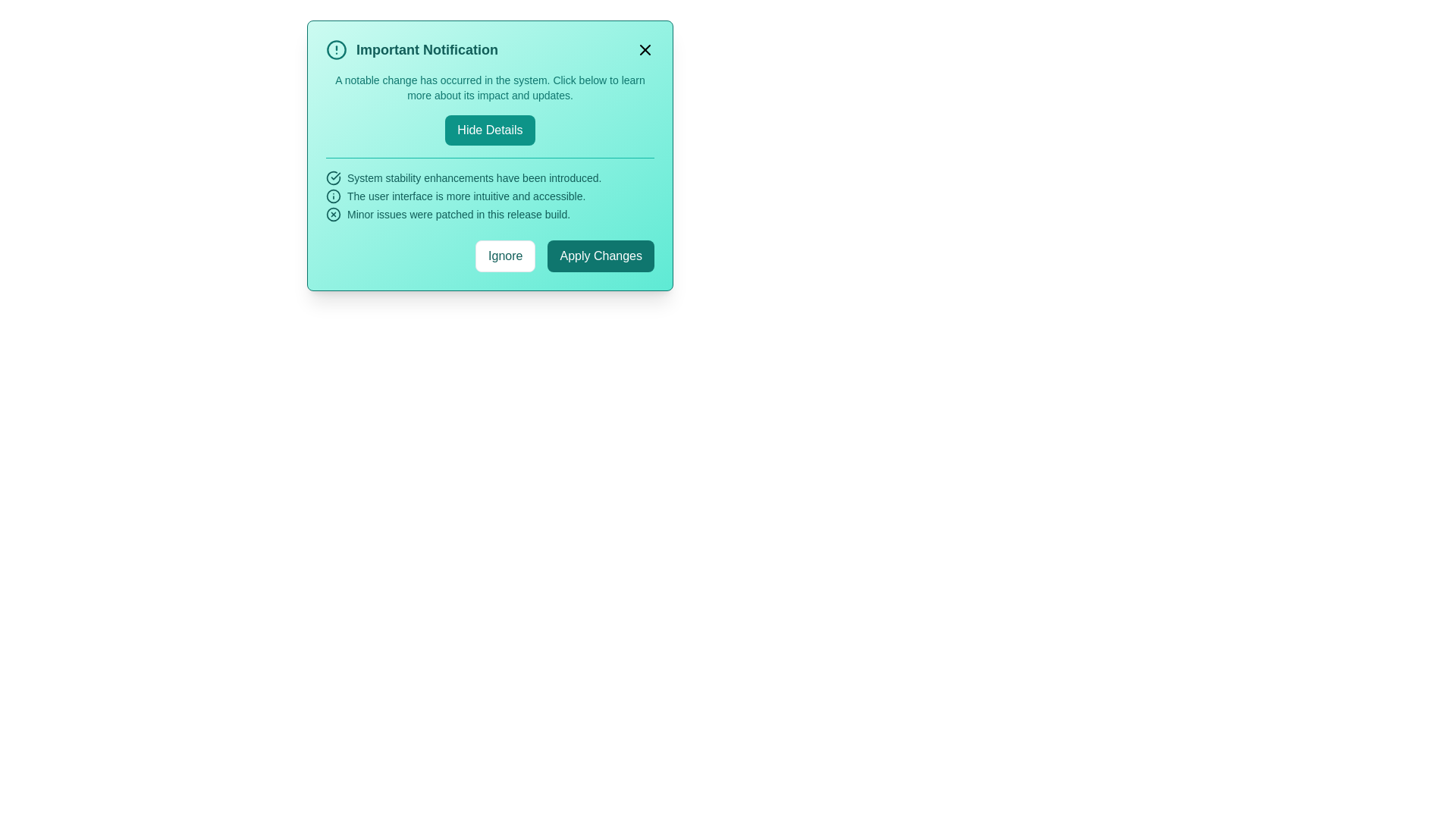  What do you see at coordinates (600, 256) in the screenshot?
I see `the 'Apply Changes' button, which is a teal rectangular button with rounded corners, displaying white text in a bold sans-serif typeface, located in the bottom-right portion of the modal dialog box` at bounding box center [600, 256].